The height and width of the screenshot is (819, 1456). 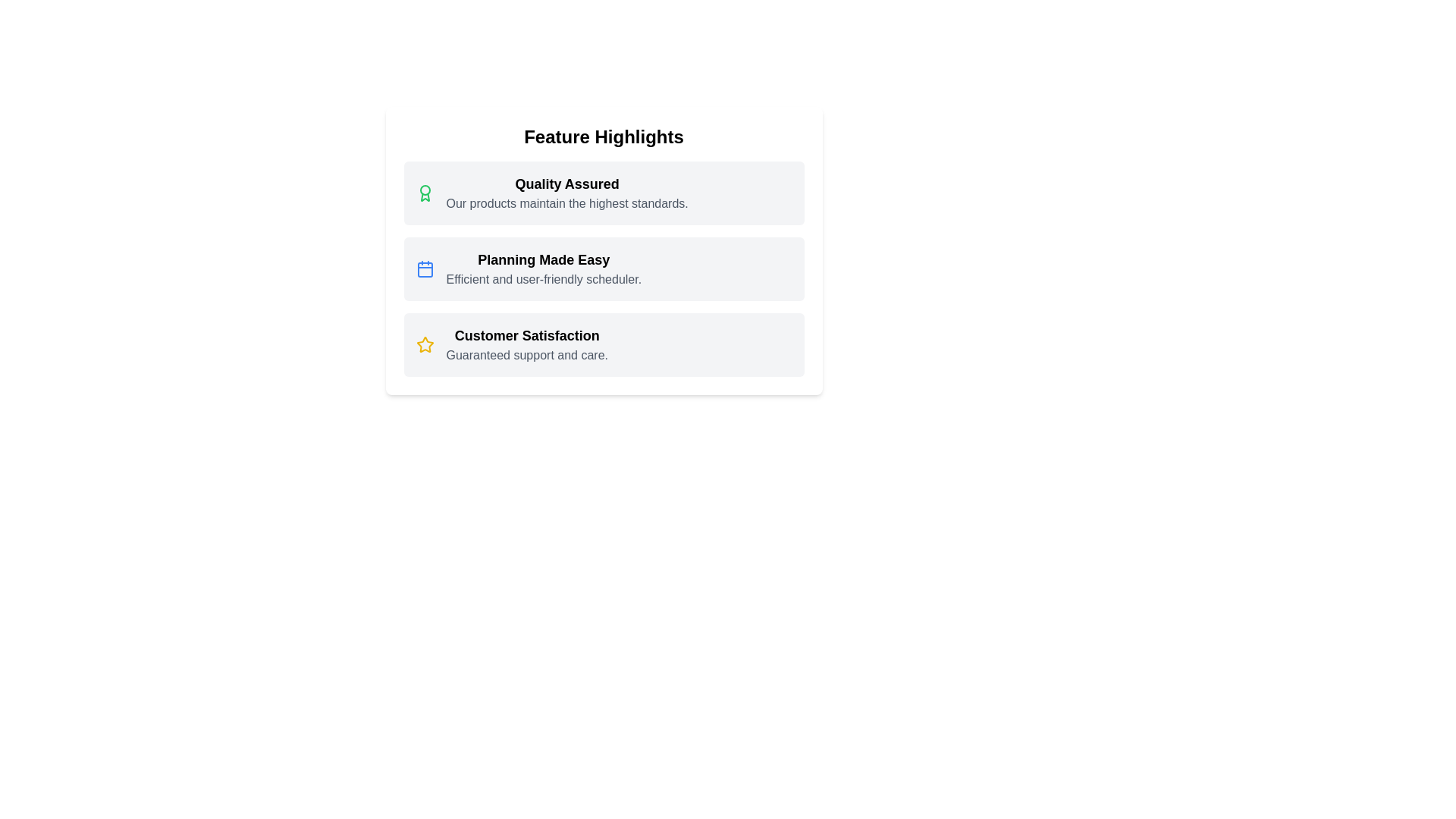 What do you see at coordinates (527, 345) in the screenshot?
I see `the third text block in the vertically aligned stack of feature descriptions, which provides information about customer satisfaction and guaranteed support` at bounding box center [527, 345].